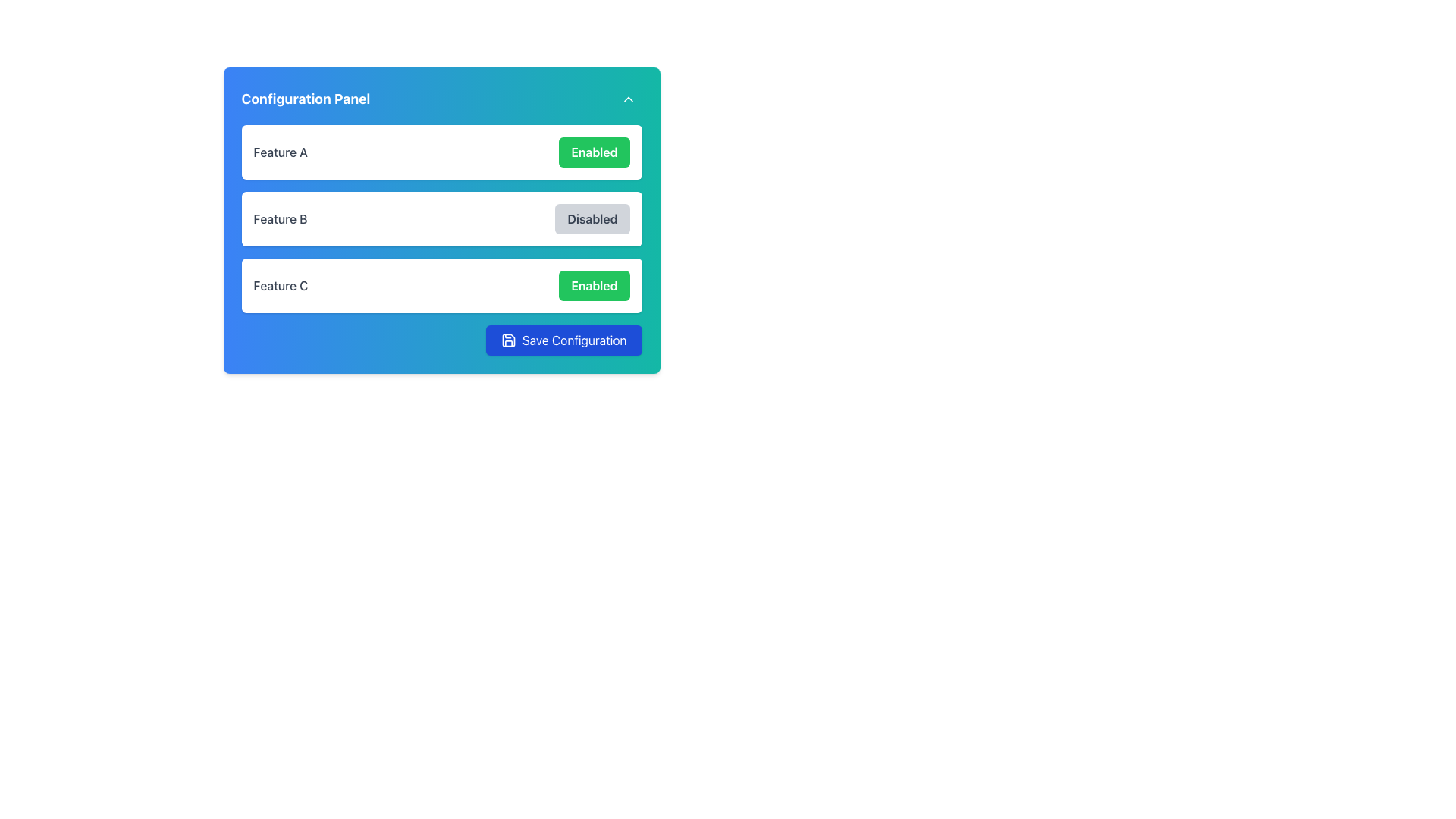 Image resolution: width=1456 pixels, height=819 pixels. Describe the element at coordinates (281, 286) in the screenshot. I see `the left-aligned text label in the configuration panel, which is the identifier for the third feature row, located next to the green 'Enabled' button` at that location.